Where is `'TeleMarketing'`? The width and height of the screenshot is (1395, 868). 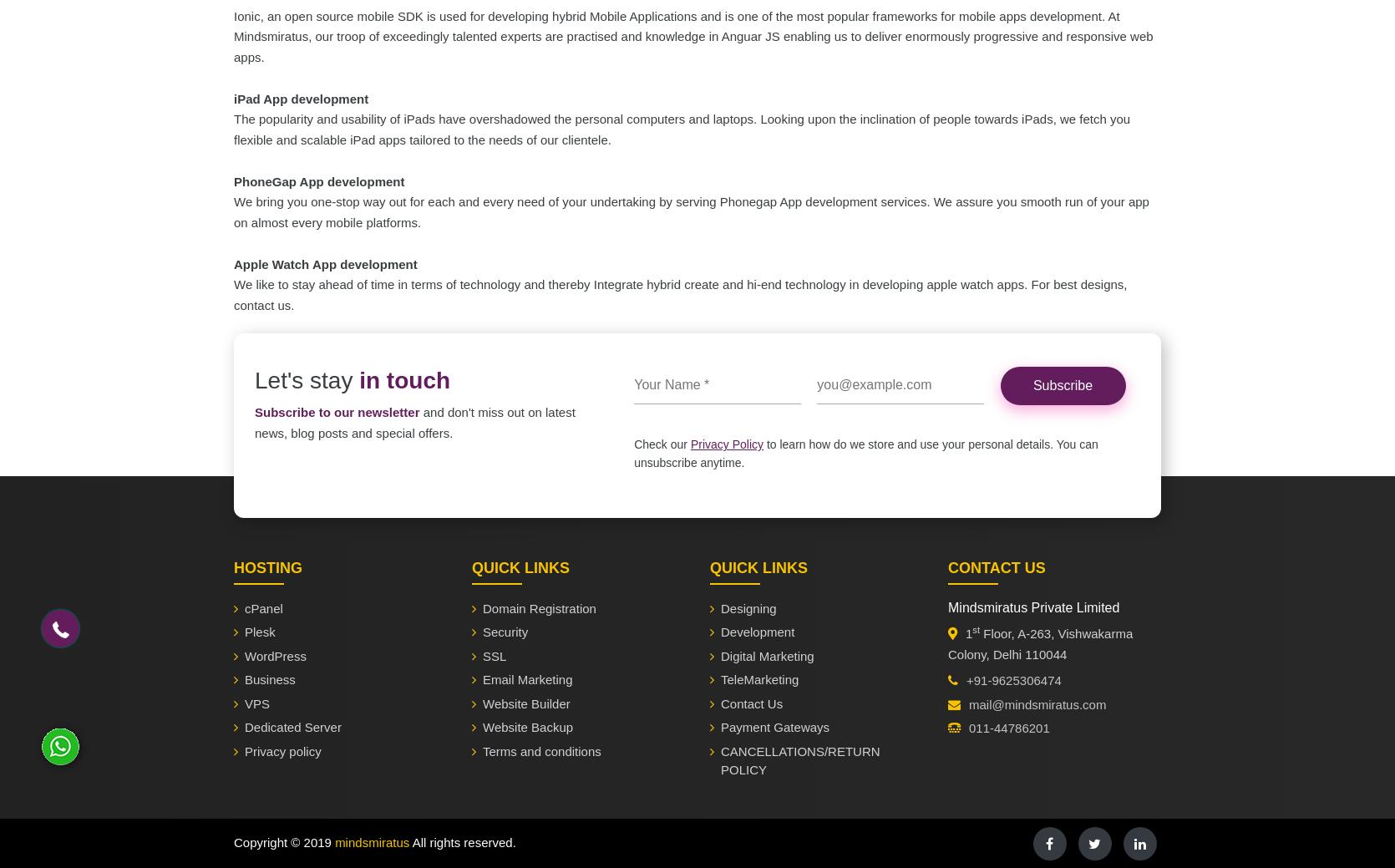 'TeleMarketing' is located at coordinates (759, 678).